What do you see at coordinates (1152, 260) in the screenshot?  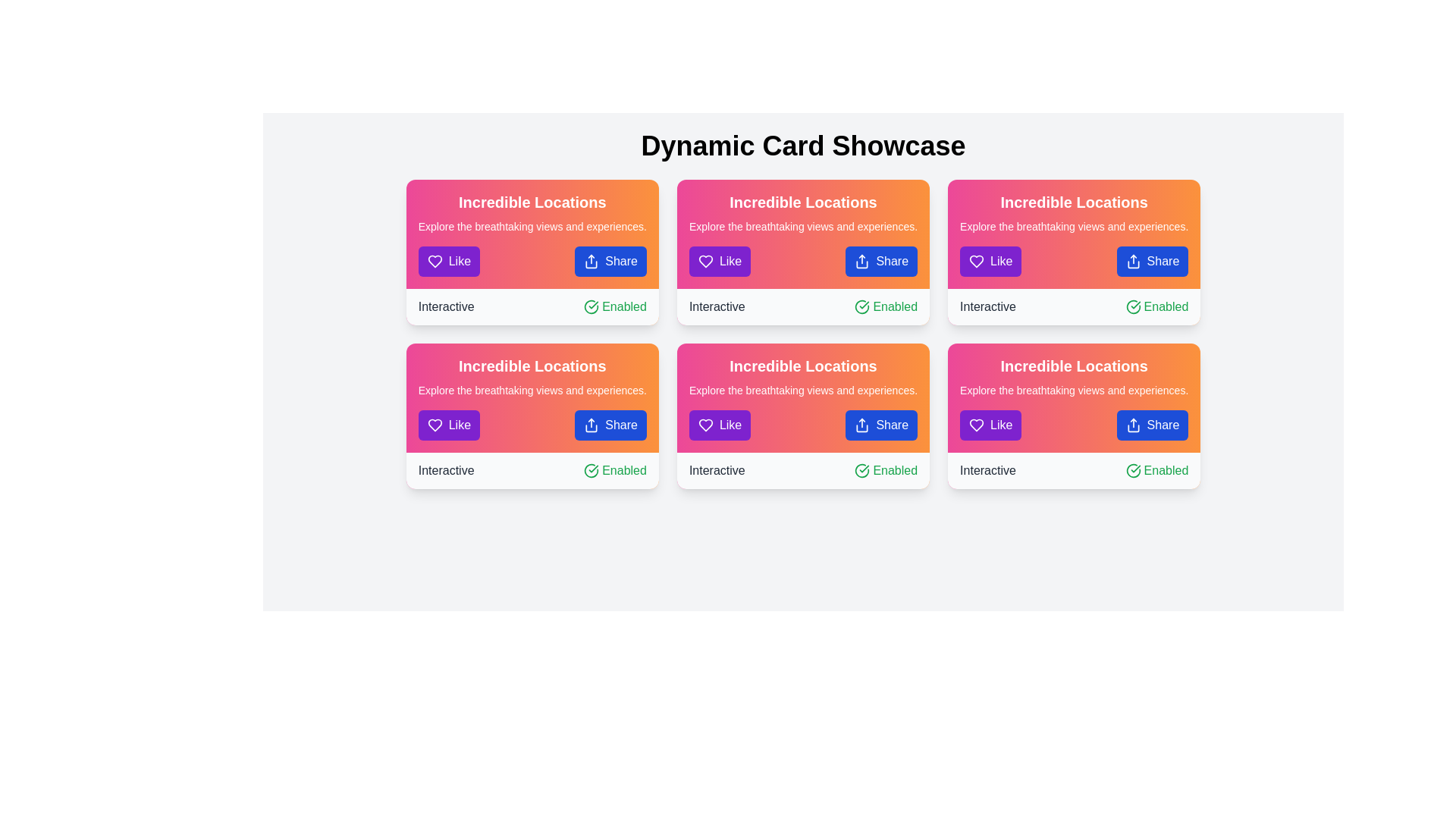 I see `the share button located at the bottom of the card, immediately to the right of the 'Like' button` at bounding box center [1152, 260].